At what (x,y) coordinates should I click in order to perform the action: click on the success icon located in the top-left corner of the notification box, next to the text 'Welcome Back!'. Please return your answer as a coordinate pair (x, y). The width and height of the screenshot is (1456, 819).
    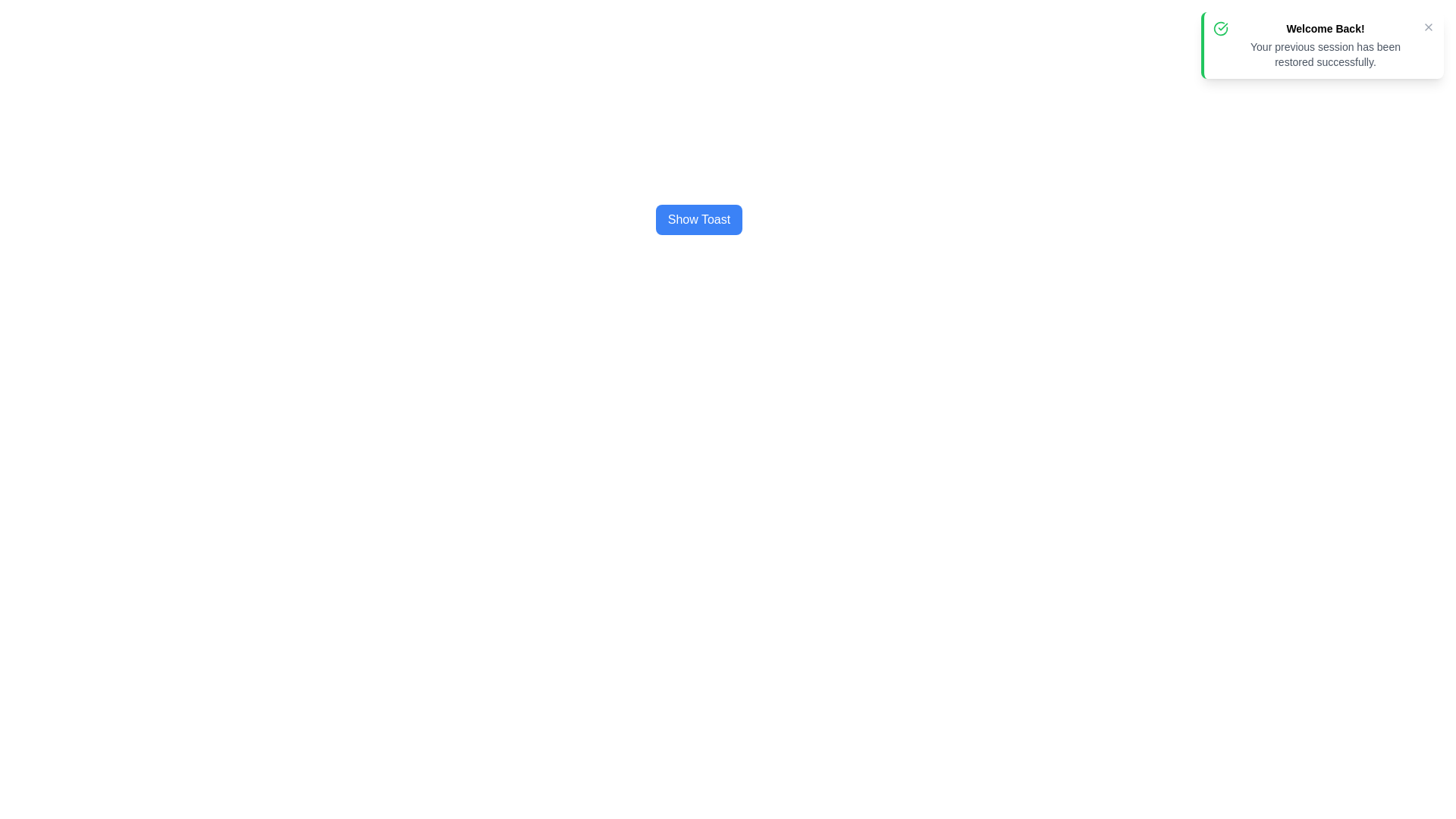
    Looking at the image, I should click on (1220, 29).